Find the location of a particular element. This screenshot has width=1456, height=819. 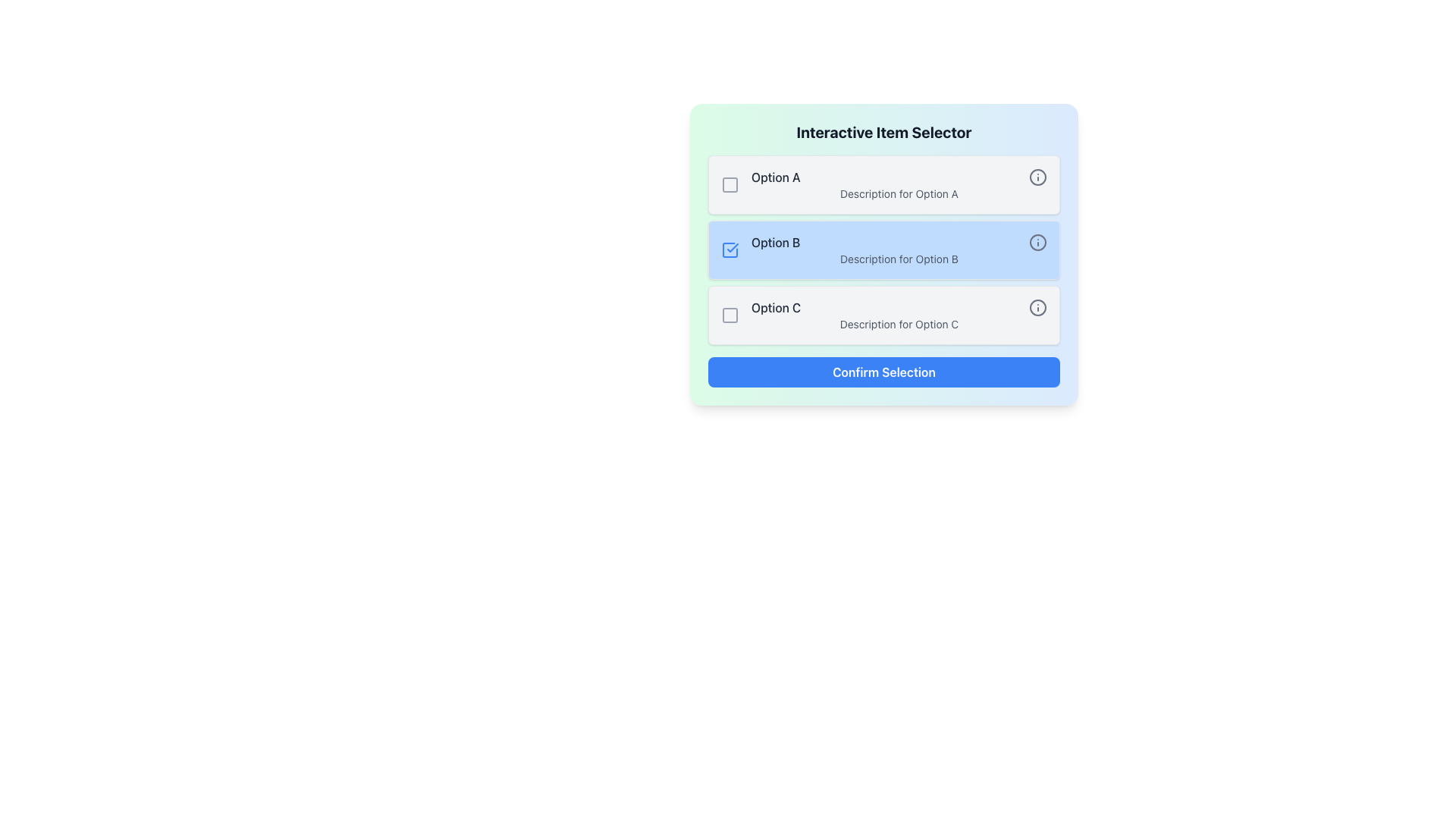

text displayed in the label for 'Option B', which is located in the second section of the options list, adjacent to a checkbox and an information icon is located at coordinates (776, 242).